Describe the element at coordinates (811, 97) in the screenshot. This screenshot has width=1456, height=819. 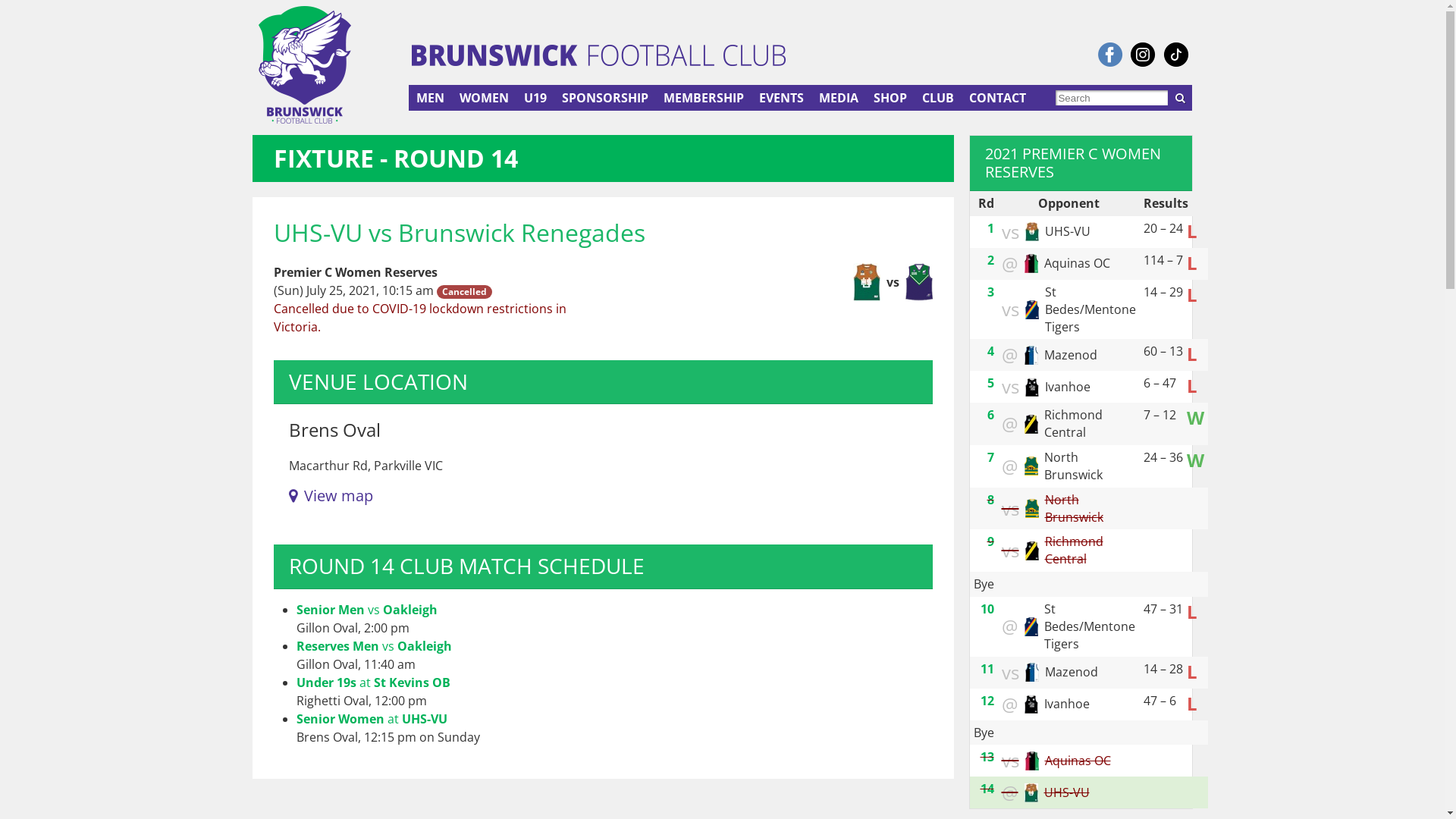
I see `'MEDIA'` at that location.